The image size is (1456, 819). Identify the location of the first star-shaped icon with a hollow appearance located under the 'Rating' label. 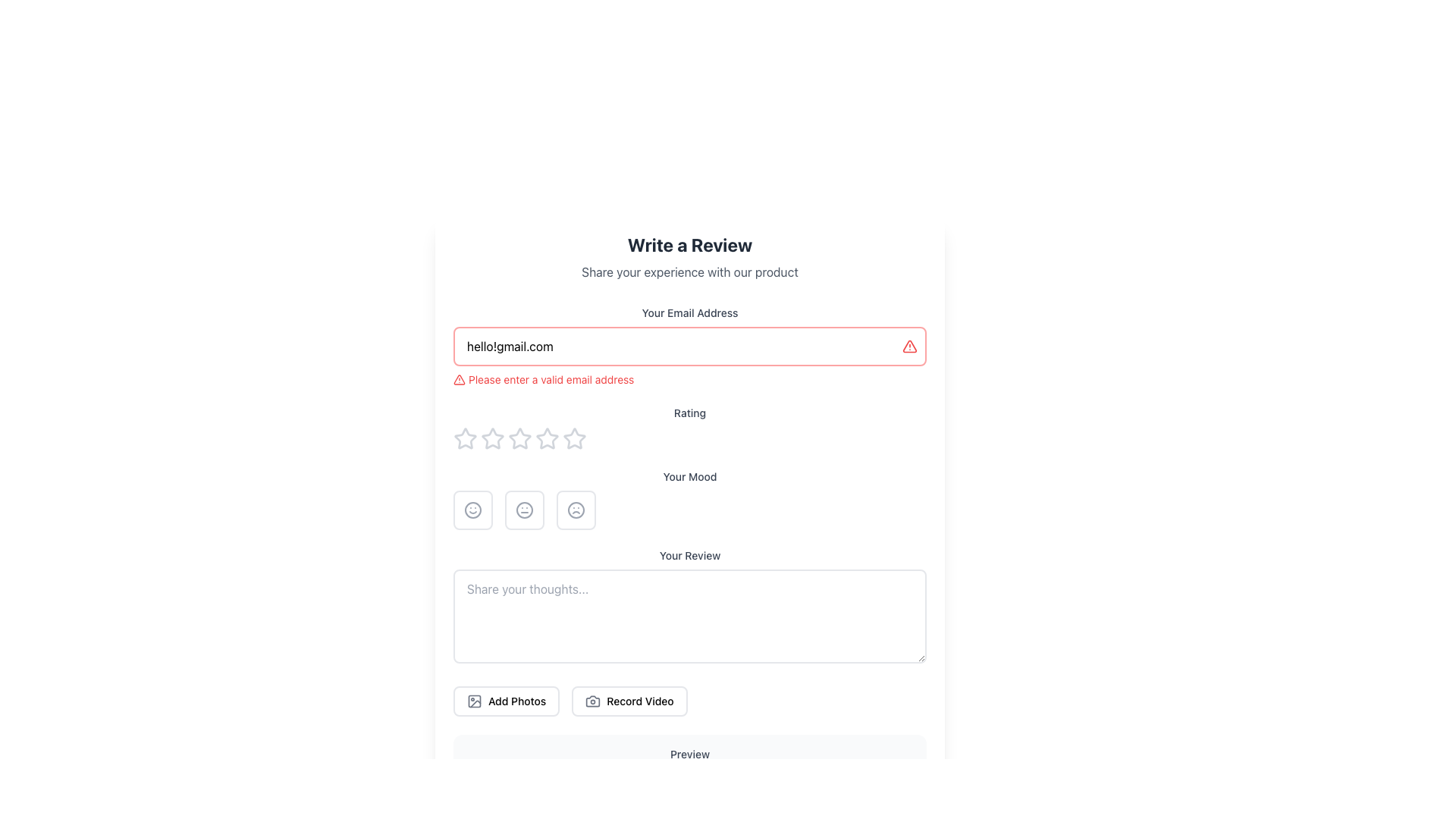
(465, 438).